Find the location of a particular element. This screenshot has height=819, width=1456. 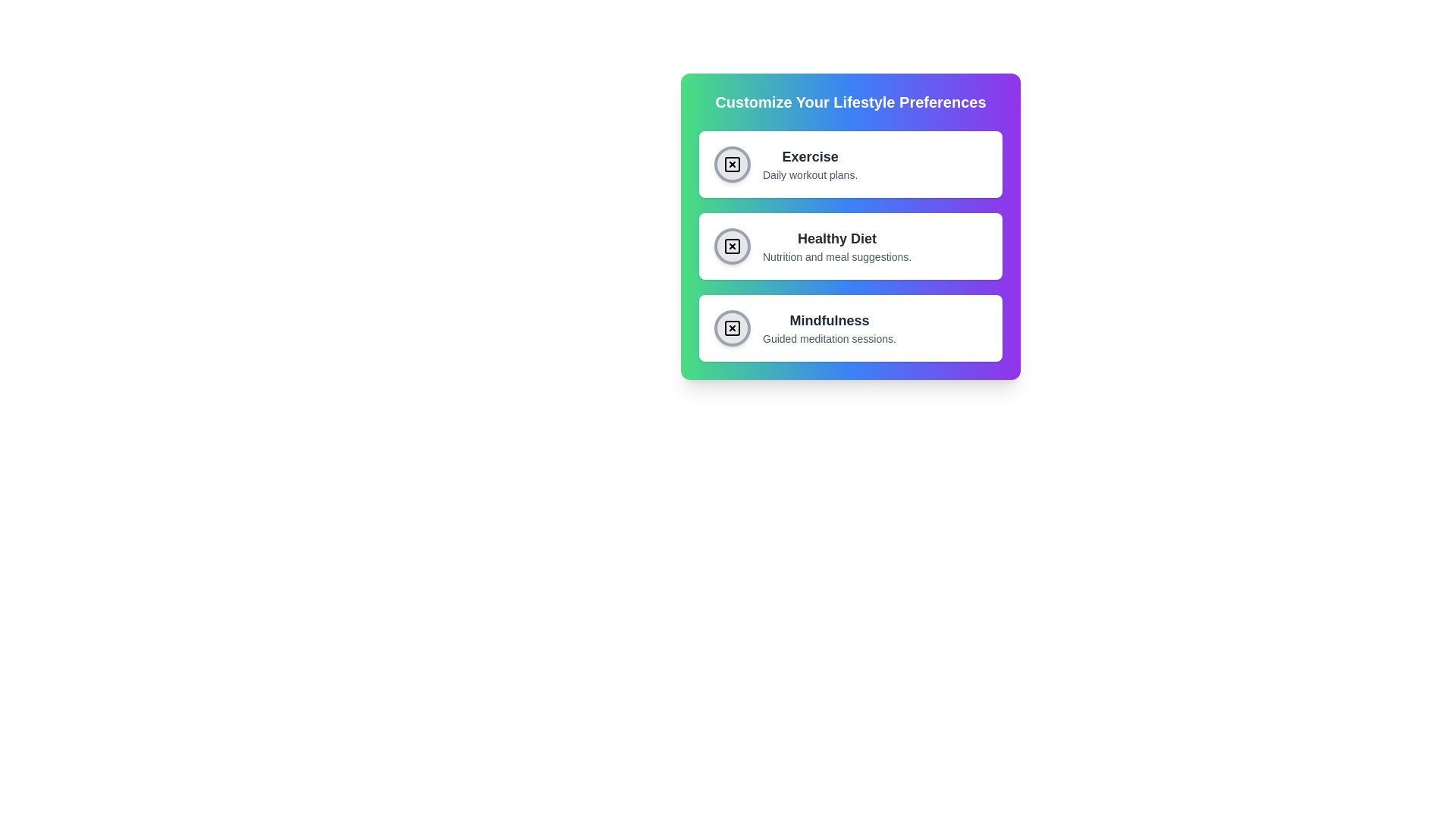

the 'Healthy Diet' interactive card, which is the second card in a vertical list of three cards, featuring a white background, rounded corners, and a circular icon containing a '×' on the left side is located at coordinates (851, 245).